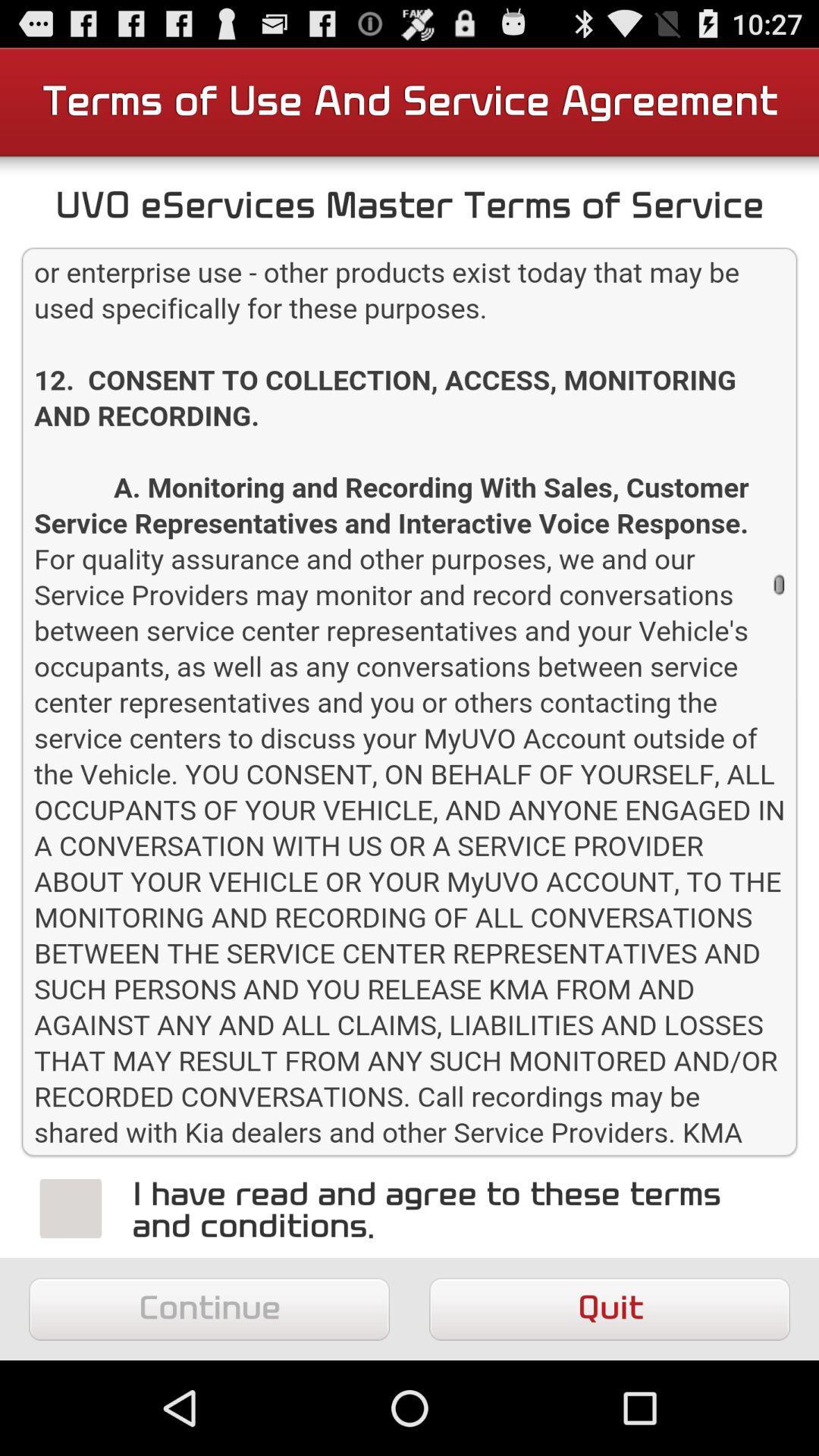 The height and width of the screenshot is (1456, 819). What do you see at coordinates (409, 701) in the screenshot?
I see `terms condition text` at bounding box center [409, 701].